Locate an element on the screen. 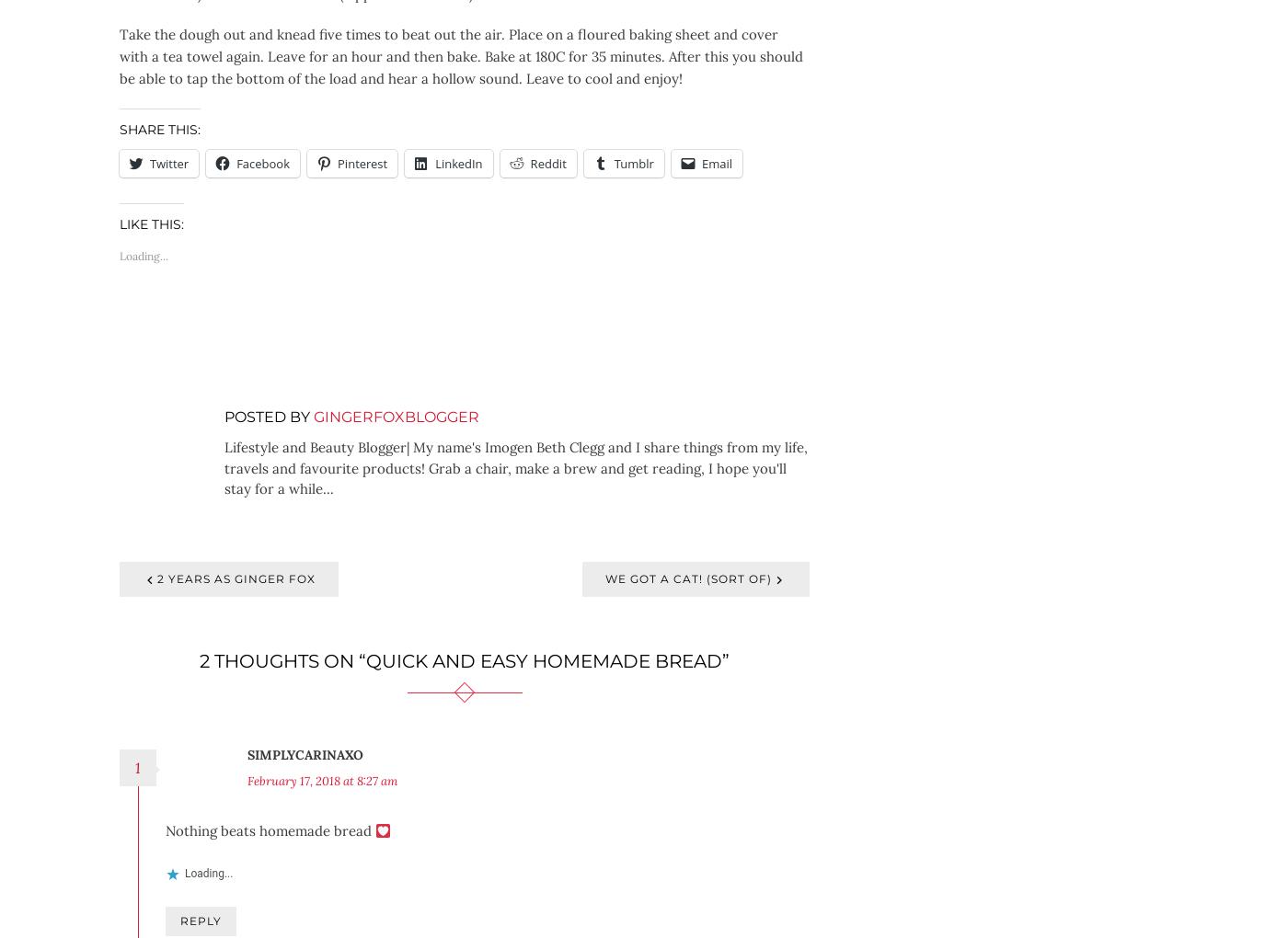  '2 thoughts on “' is located at coordinates (200, 659).